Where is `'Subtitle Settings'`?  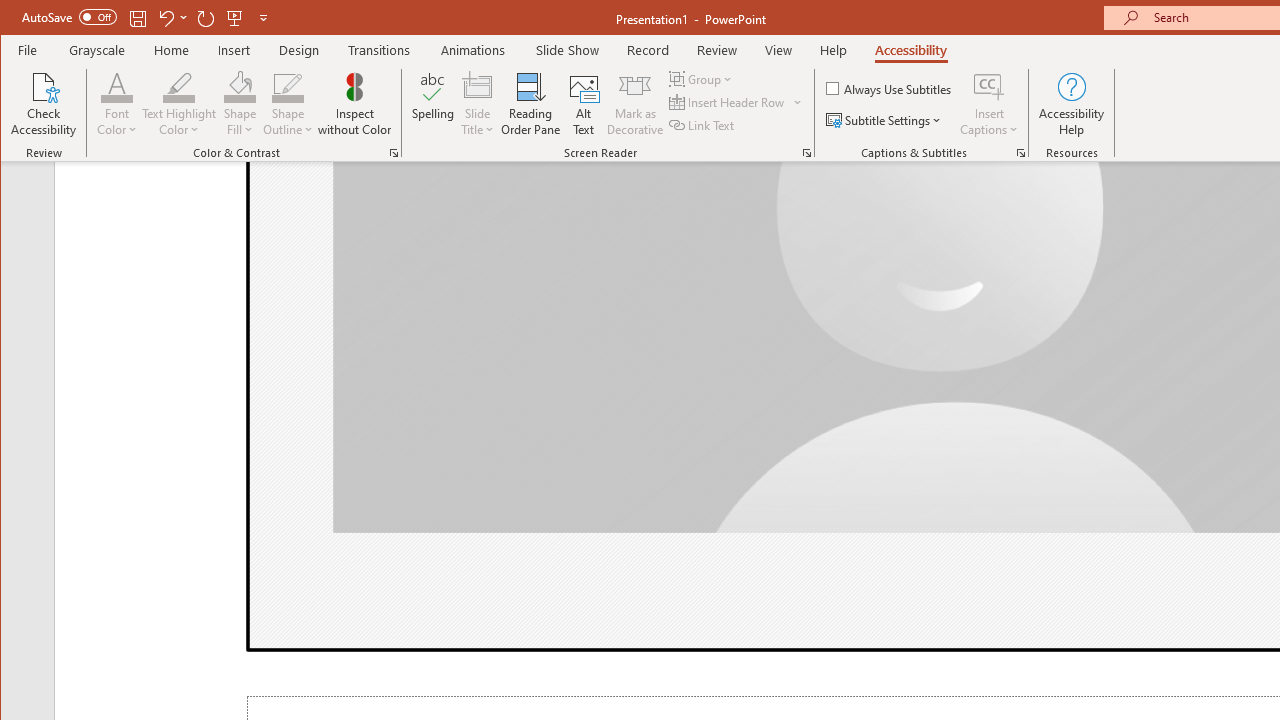
'Subtitle Settings' is located at coordinates (884, 120).